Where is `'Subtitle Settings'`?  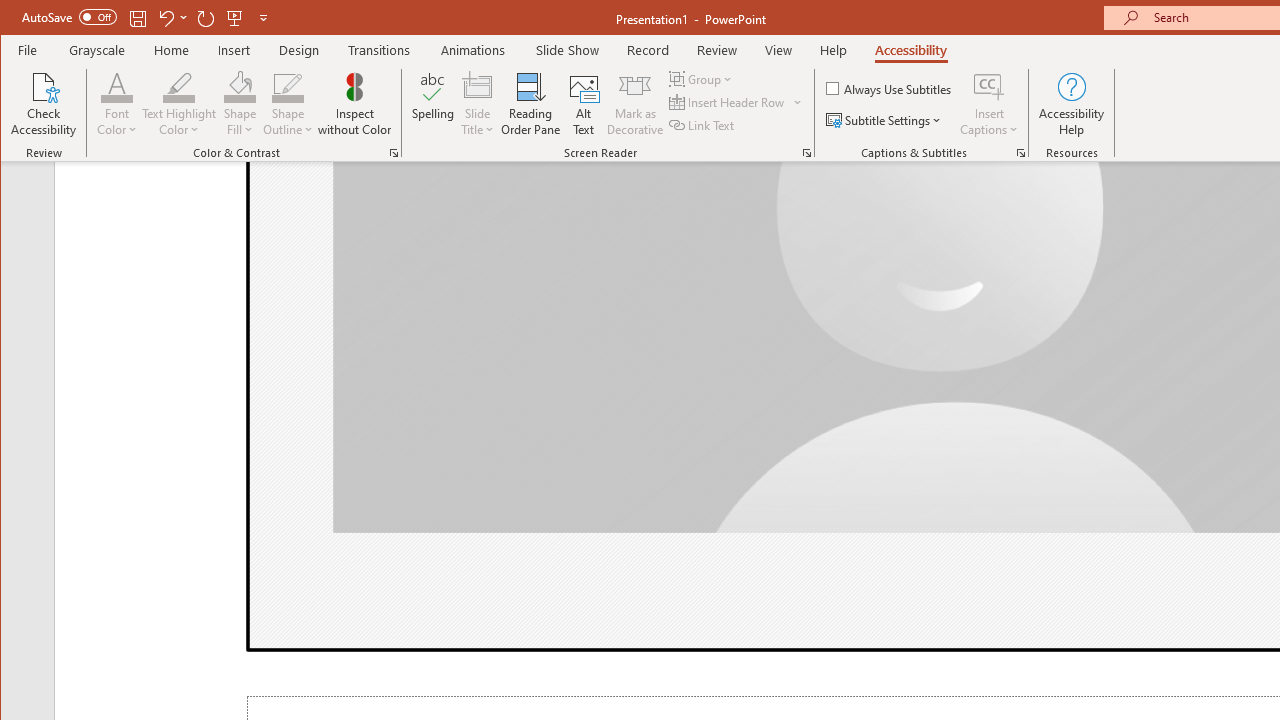
'Subtitle Settings' is located at coordinates (884, 120).